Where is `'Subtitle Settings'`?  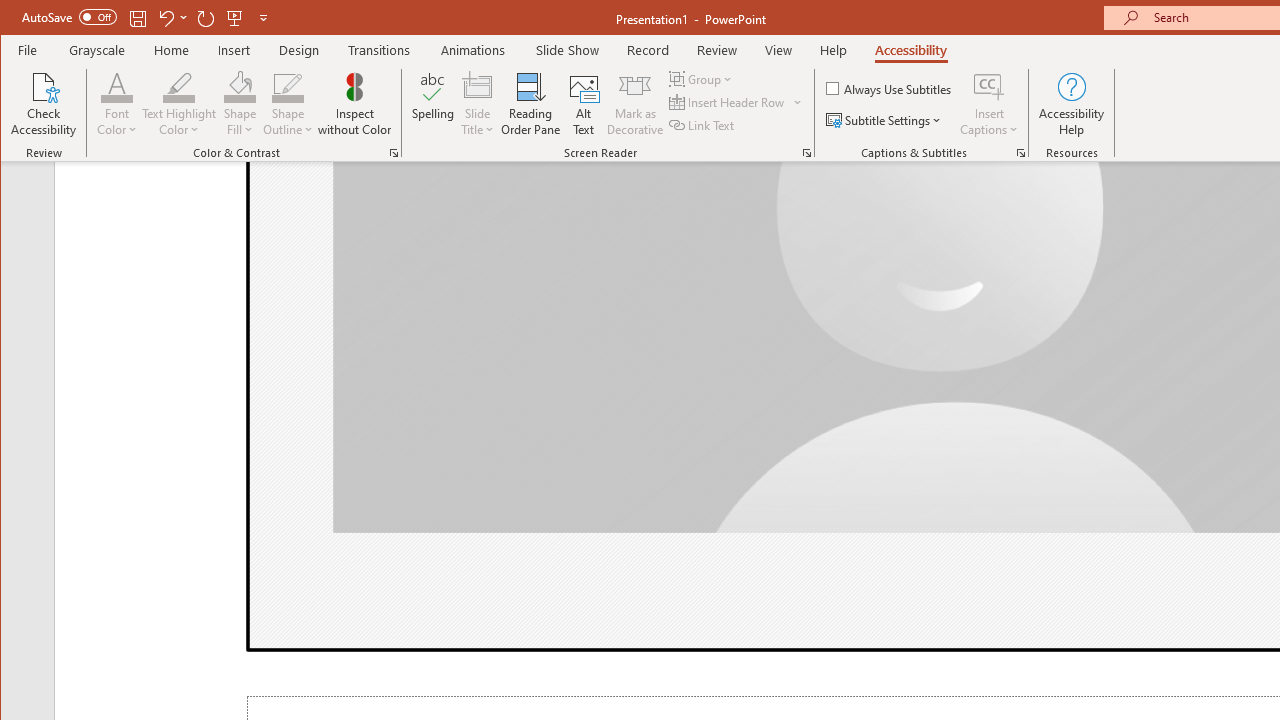
'Subtitle Settings' is located at coordinates (884, 120).